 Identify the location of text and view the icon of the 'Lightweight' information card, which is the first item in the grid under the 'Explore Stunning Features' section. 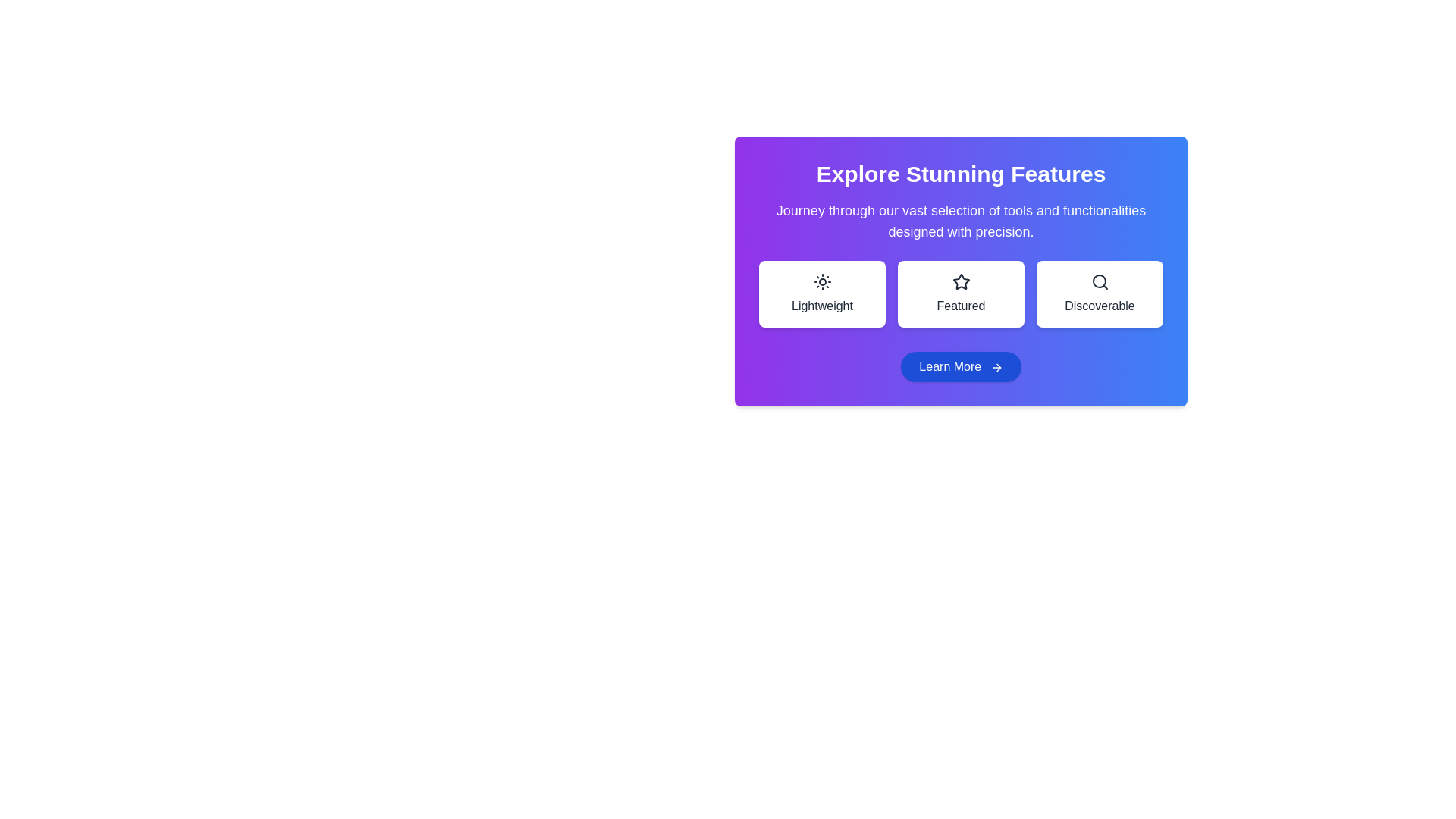
(821, 294).